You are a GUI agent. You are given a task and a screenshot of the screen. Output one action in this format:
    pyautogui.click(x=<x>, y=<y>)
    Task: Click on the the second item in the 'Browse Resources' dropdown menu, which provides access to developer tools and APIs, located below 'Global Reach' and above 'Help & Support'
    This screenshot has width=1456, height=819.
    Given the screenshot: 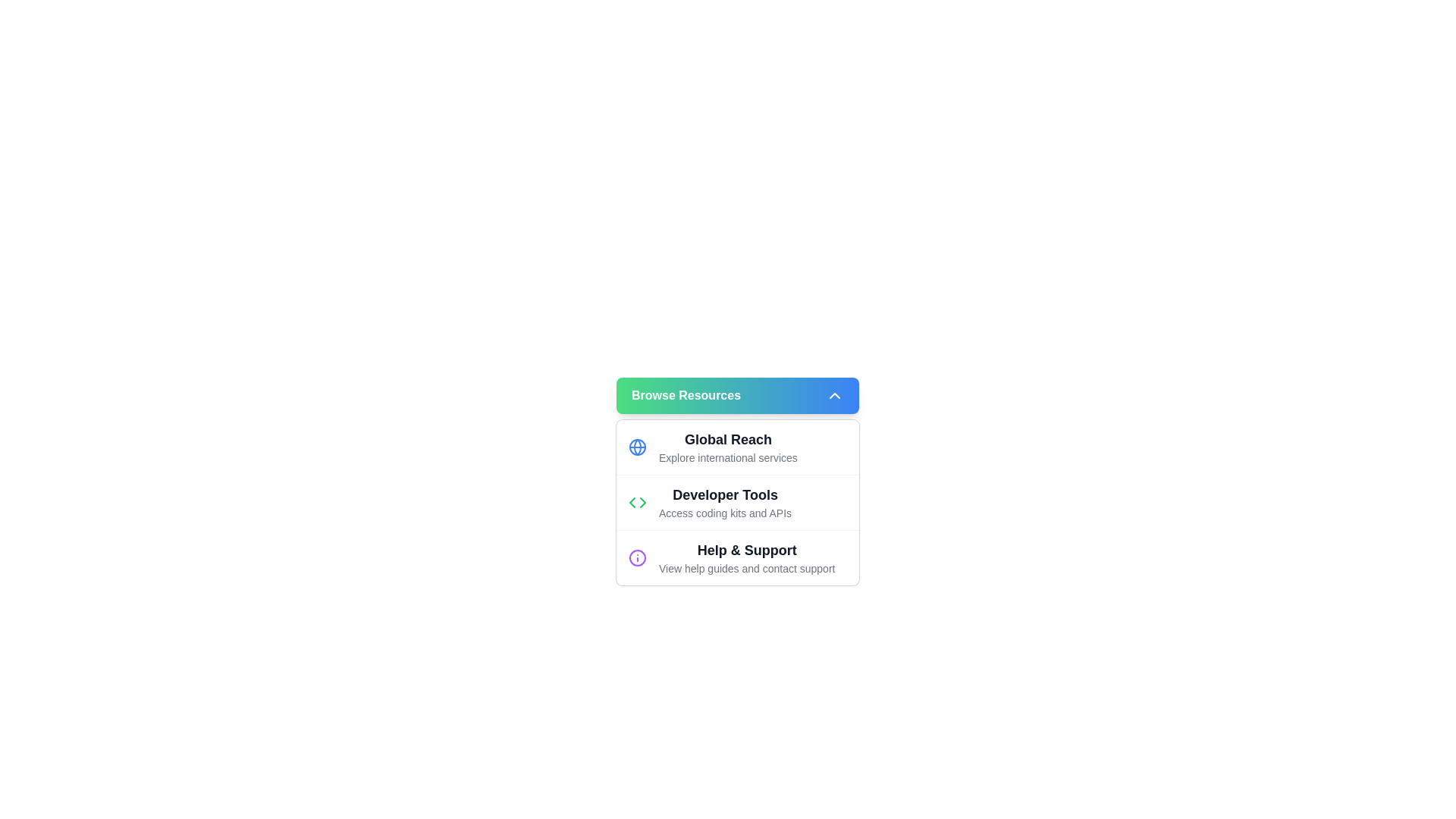 What is the action you would take?
    pyautogui.click(x=738, y=503)
    